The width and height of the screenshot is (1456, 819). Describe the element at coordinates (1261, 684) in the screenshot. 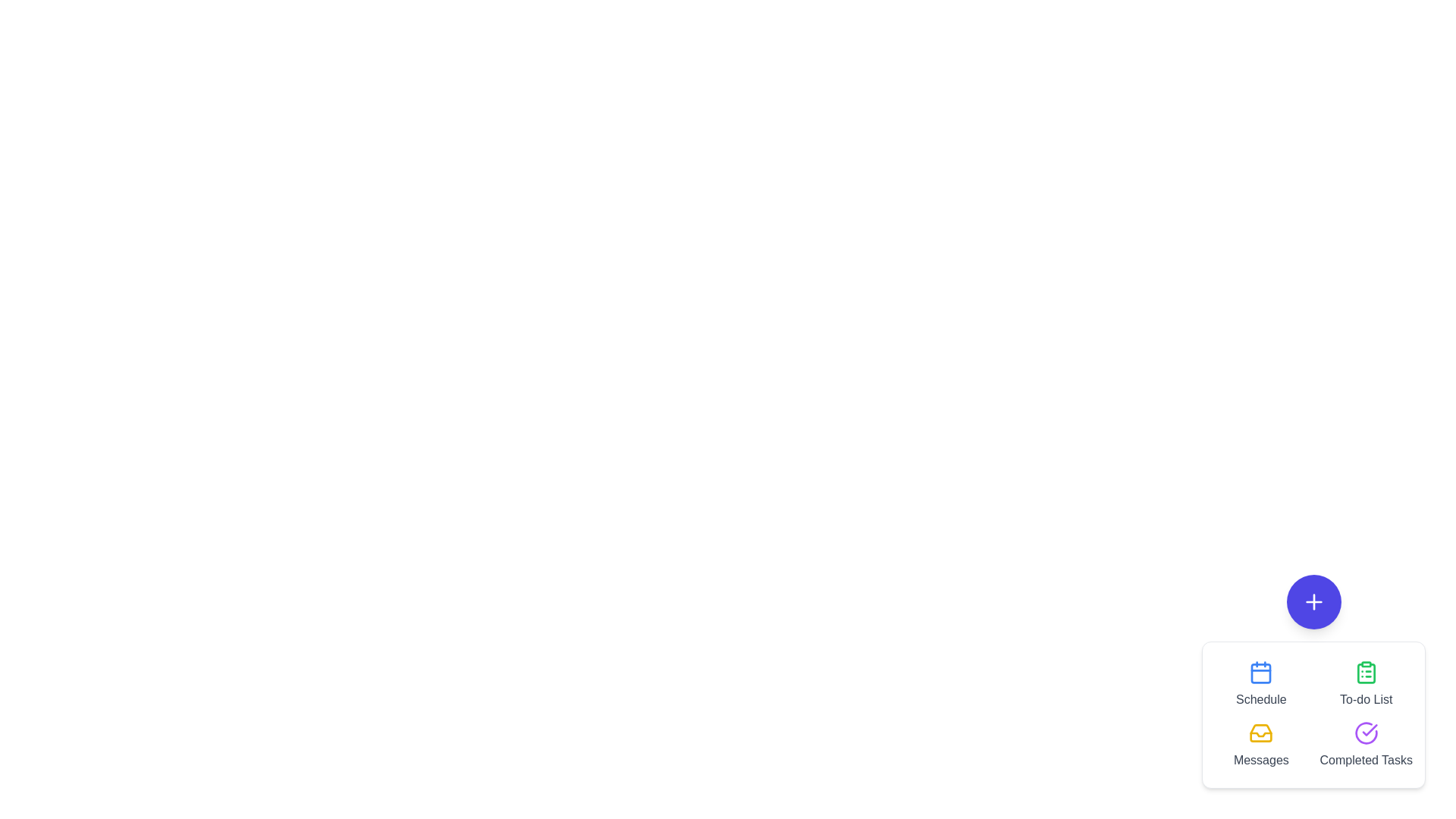

I see `the 'Schedule' button` at that location.